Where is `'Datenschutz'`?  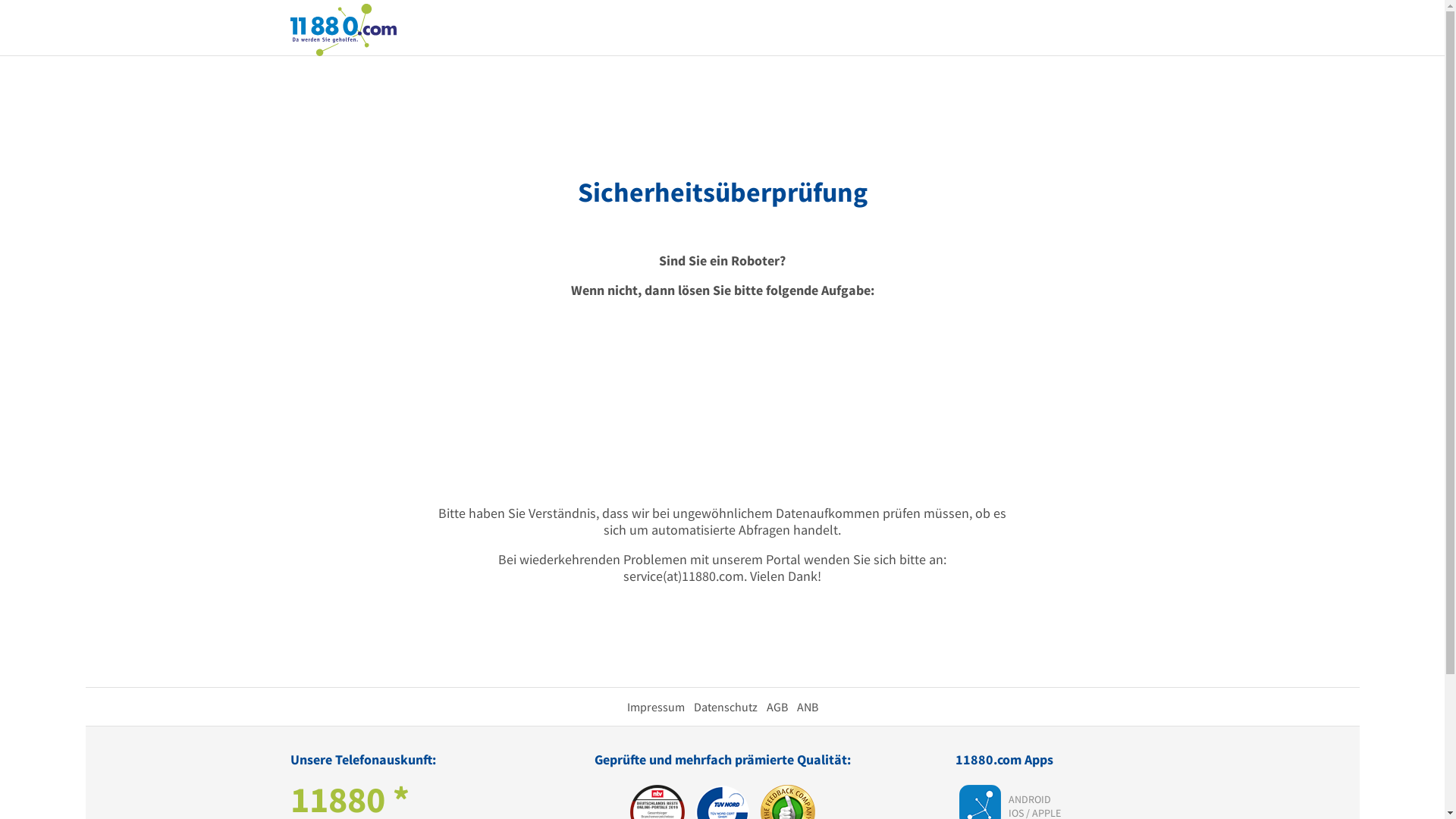
'Datenschutz' is located at coordinates (723, 707).